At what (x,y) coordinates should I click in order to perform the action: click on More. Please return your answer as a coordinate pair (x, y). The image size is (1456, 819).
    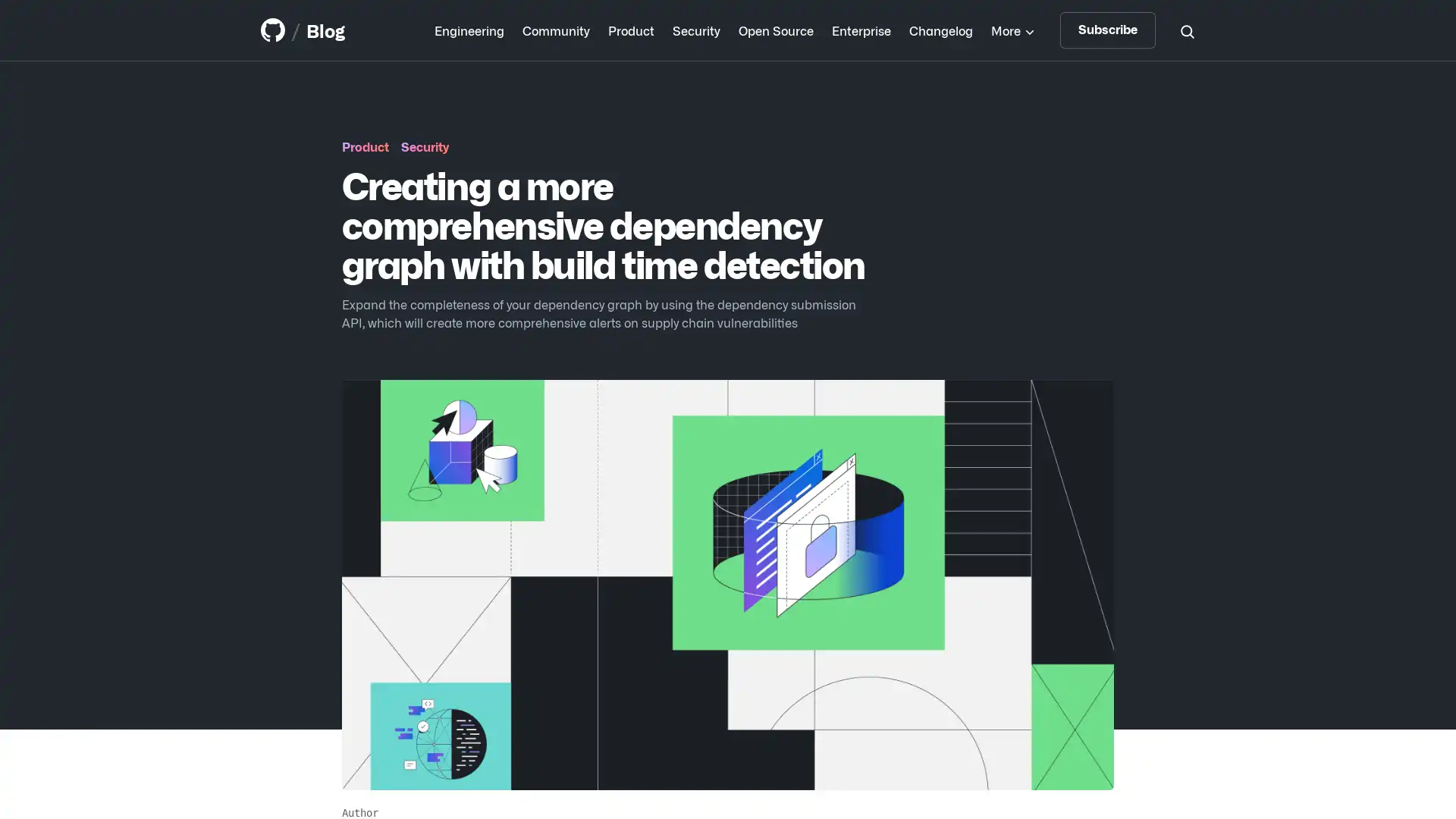
    Looking at the image, I should click on (1013, 29).